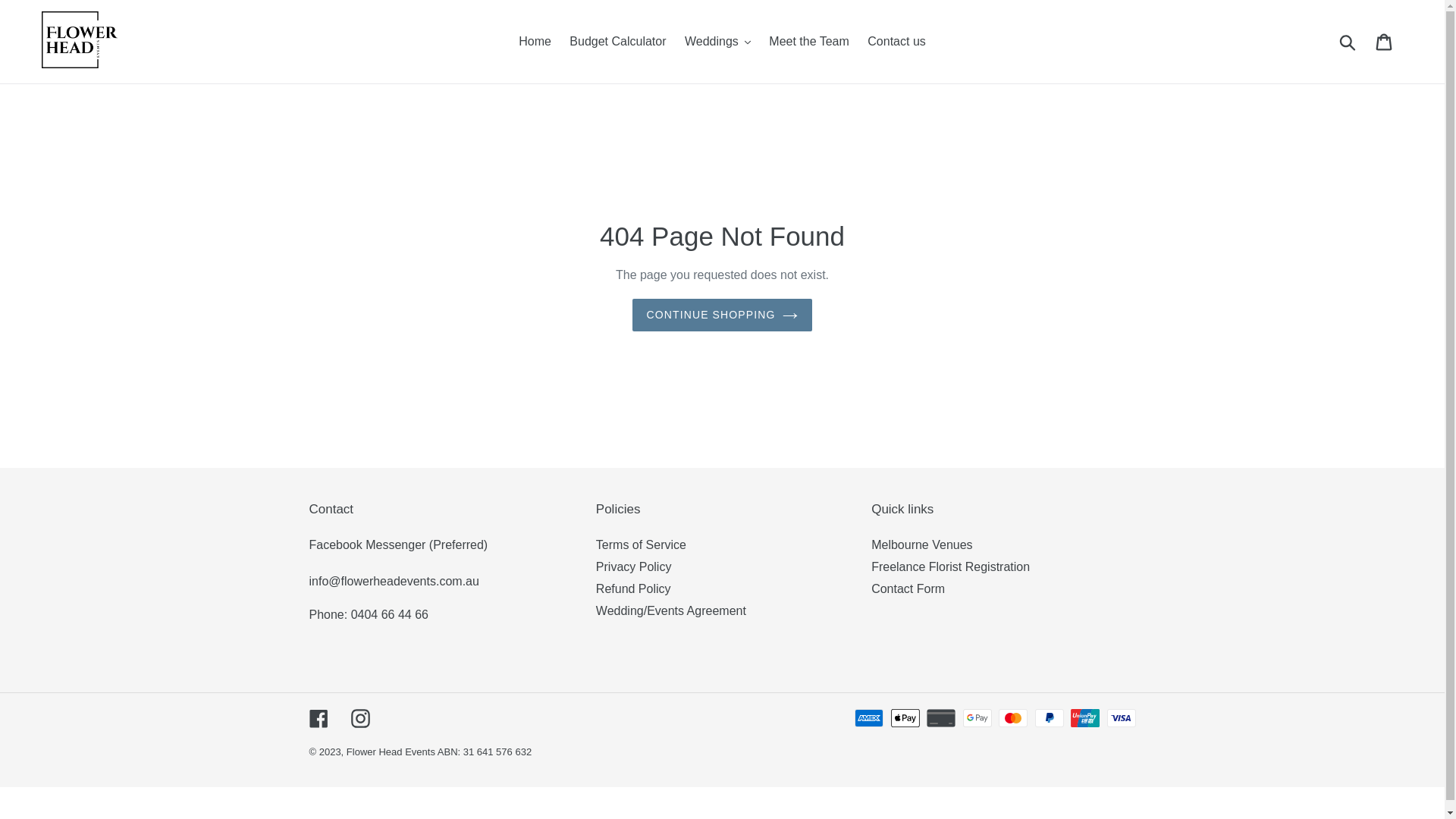 The height and width of the screenshot is (819, 1456). What do you see at coordinates (670, 610) in the screenshot?
I see `'Wedding/Events Agreement'` at bounding box center [670, 610].